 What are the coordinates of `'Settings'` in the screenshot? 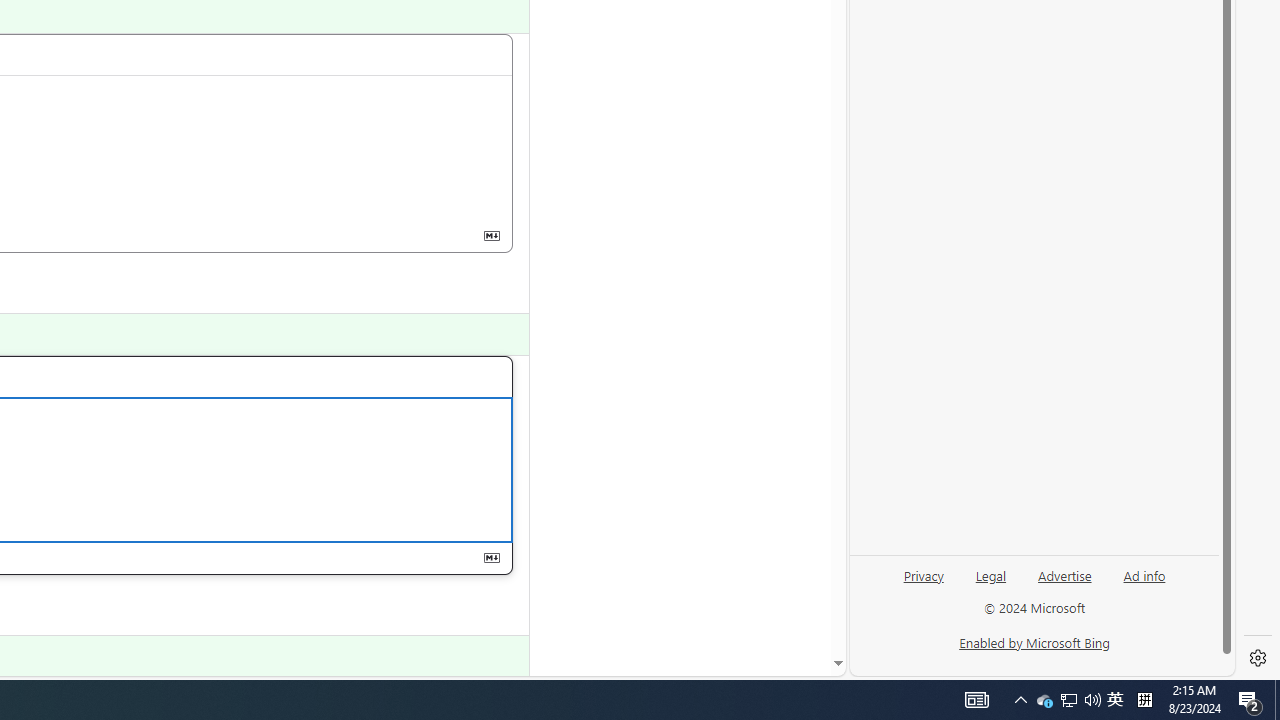 It's located at (1257, 658).